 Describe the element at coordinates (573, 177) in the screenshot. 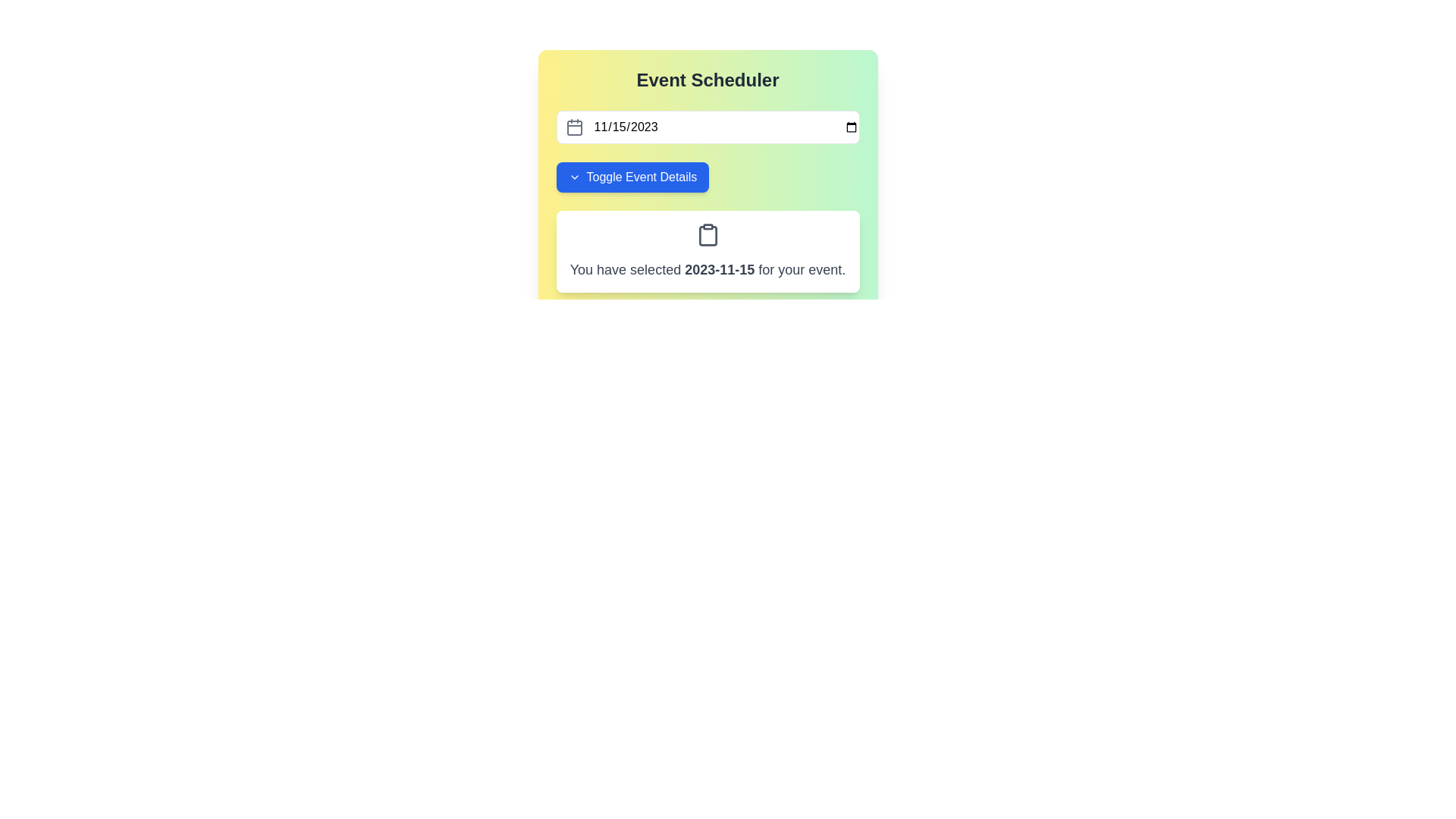

I see `the Chevron-down icon located within the button labeled 'Toggle Event Details'` at that location.